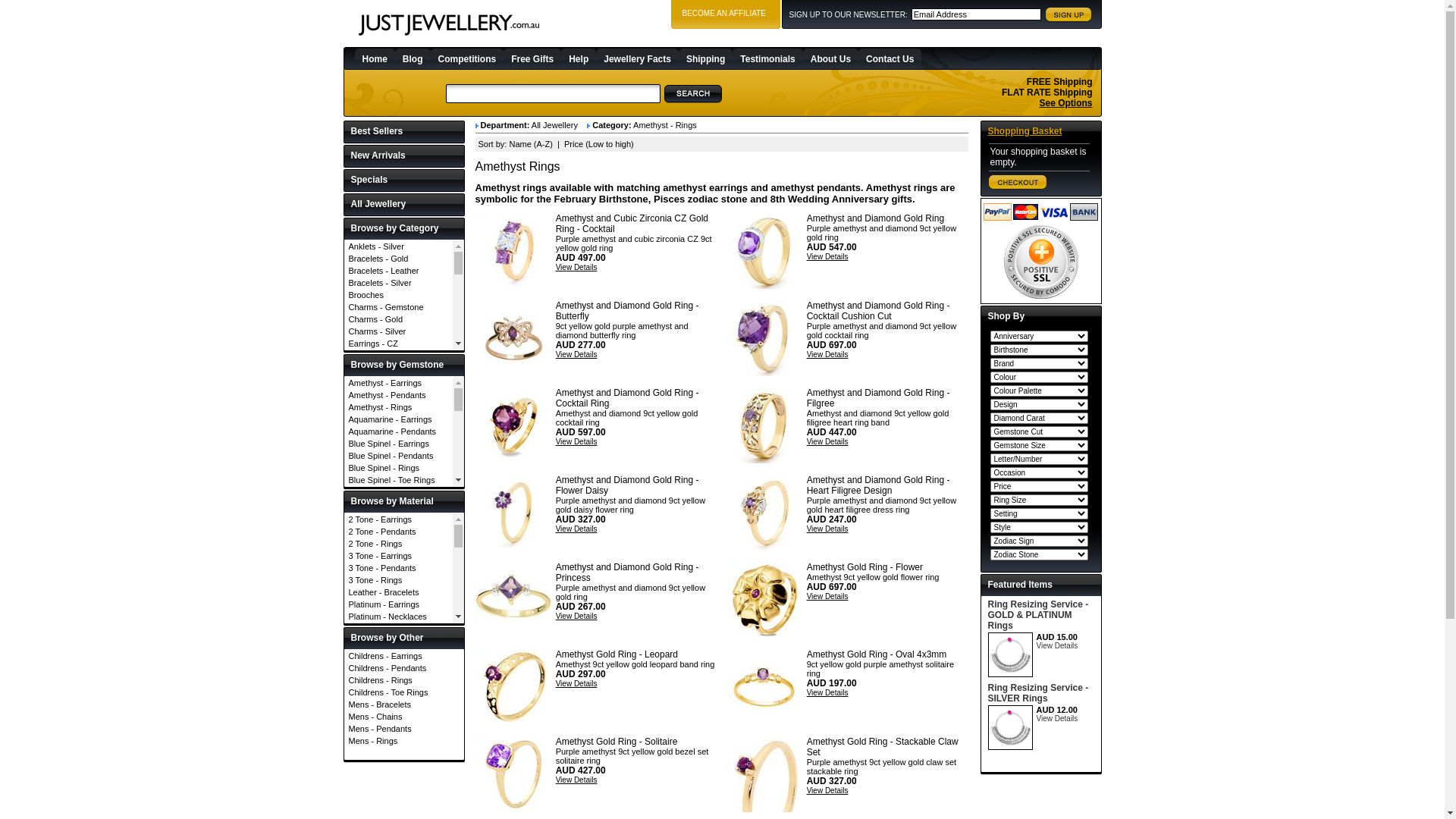  I want to click on 'Pendants - Diamond', so click(398, 513).